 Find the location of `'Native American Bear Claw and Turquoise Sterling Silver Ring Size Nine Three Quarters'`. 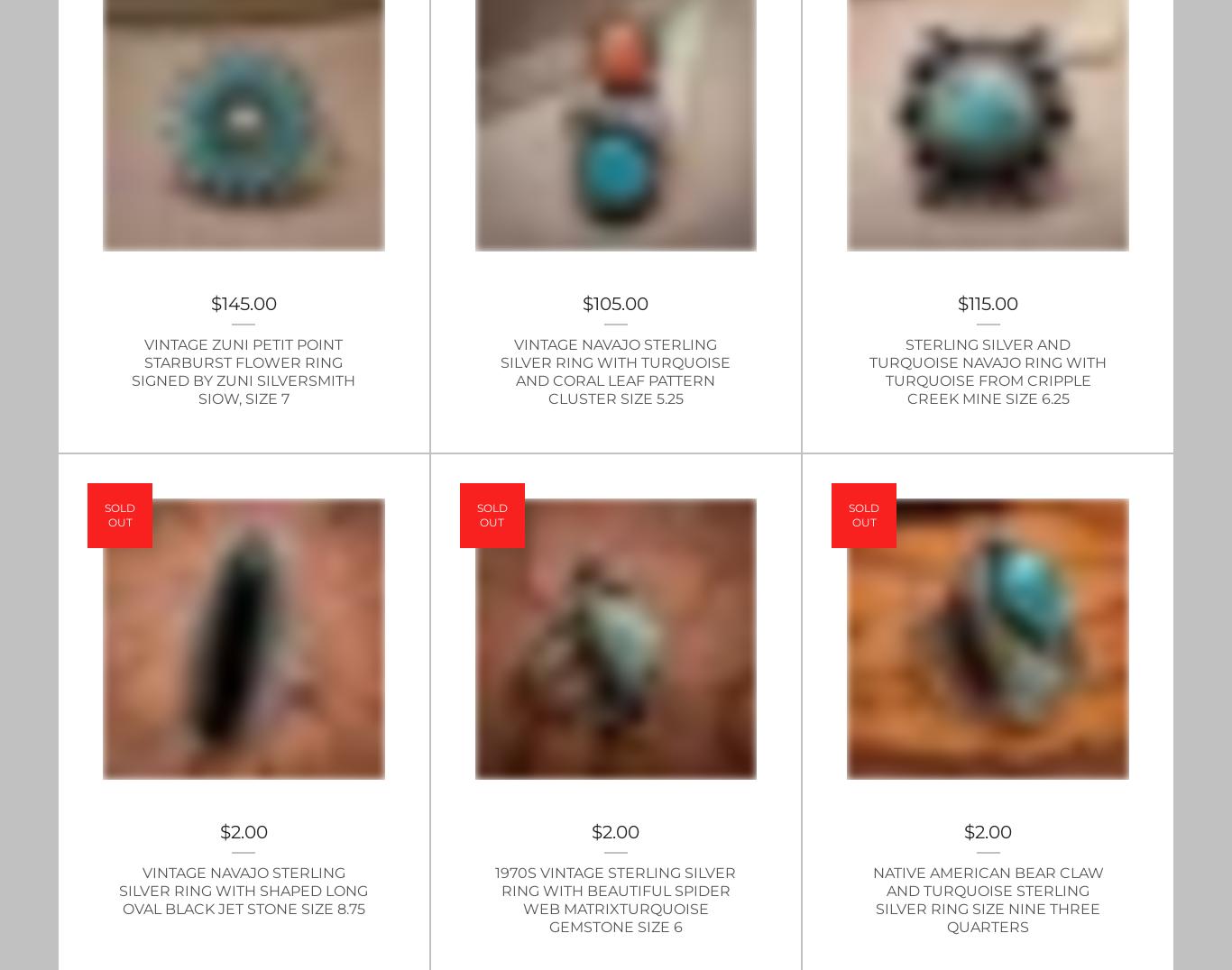

'Native American Bear Claw and Turquoise Sterling Silver Ring Size Nine Three Quarters' is located at coordinates (986, 899).